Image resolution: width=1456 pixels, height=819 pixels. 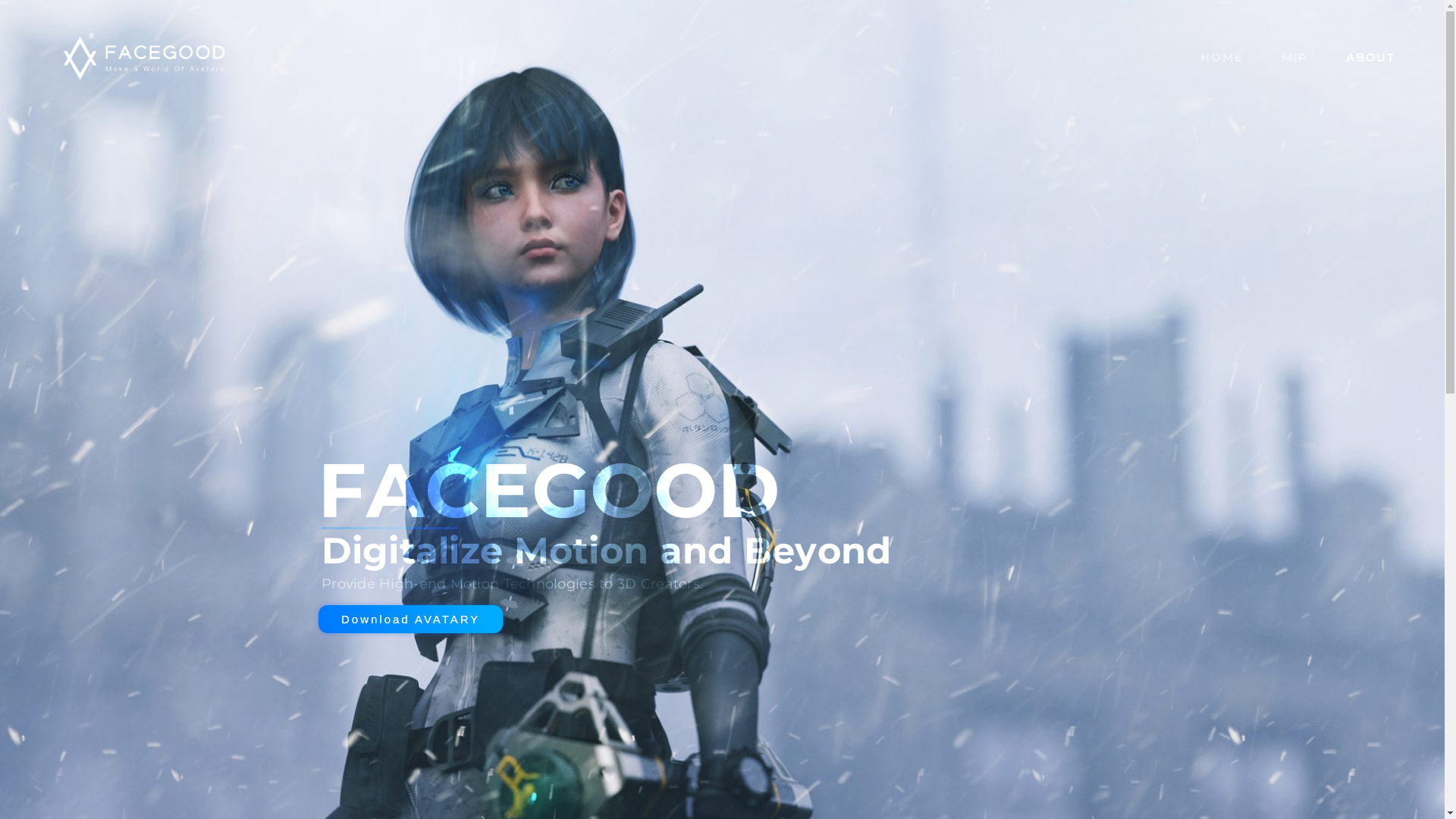 I want to click on 'HOME', so click(x=1222, y=55).